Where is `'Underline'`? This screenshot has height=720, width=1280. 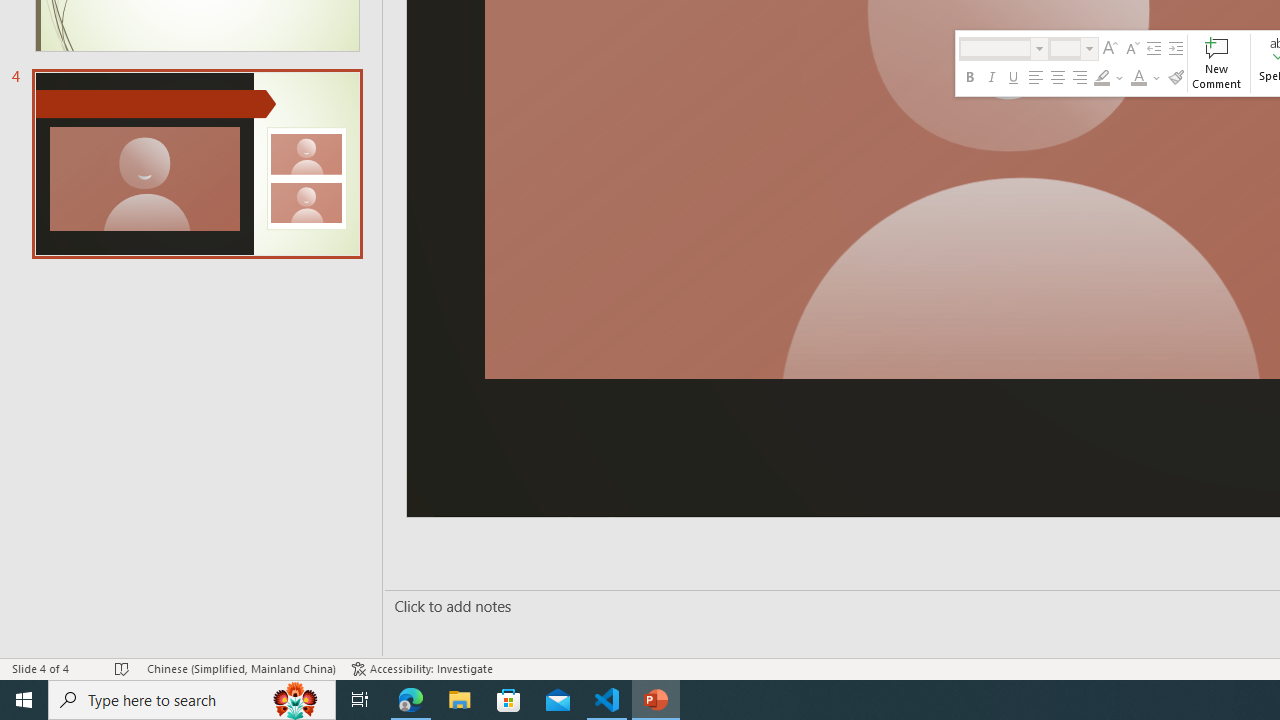 'Underline' is located at coordinates (1014, 77).